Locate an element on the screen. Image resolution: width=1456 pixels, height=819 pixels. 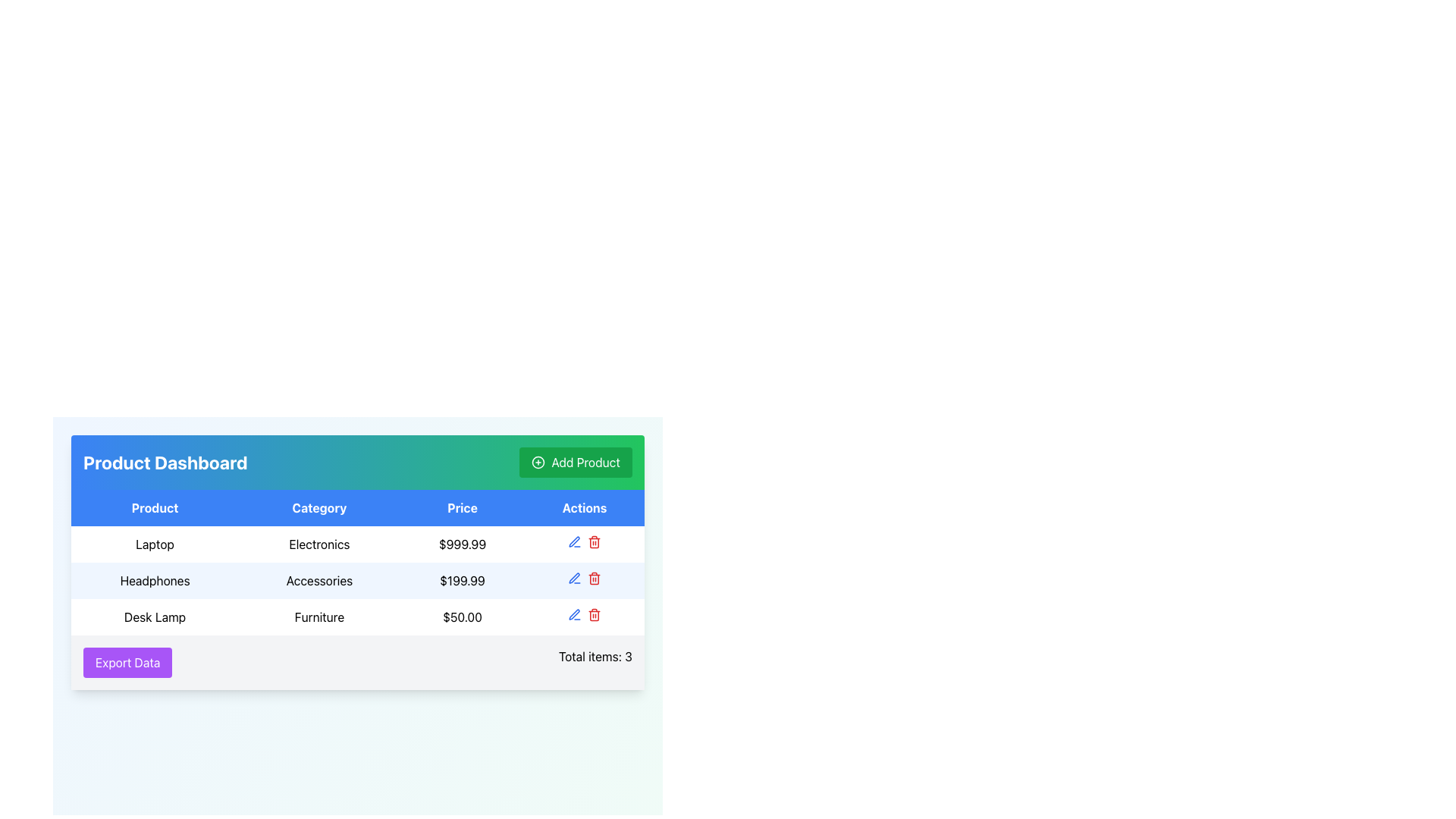
the red trash bin icon in the Actions column of the table row for the item 'Headphones' priced at $199.99 is located at coordinates (584, 580).